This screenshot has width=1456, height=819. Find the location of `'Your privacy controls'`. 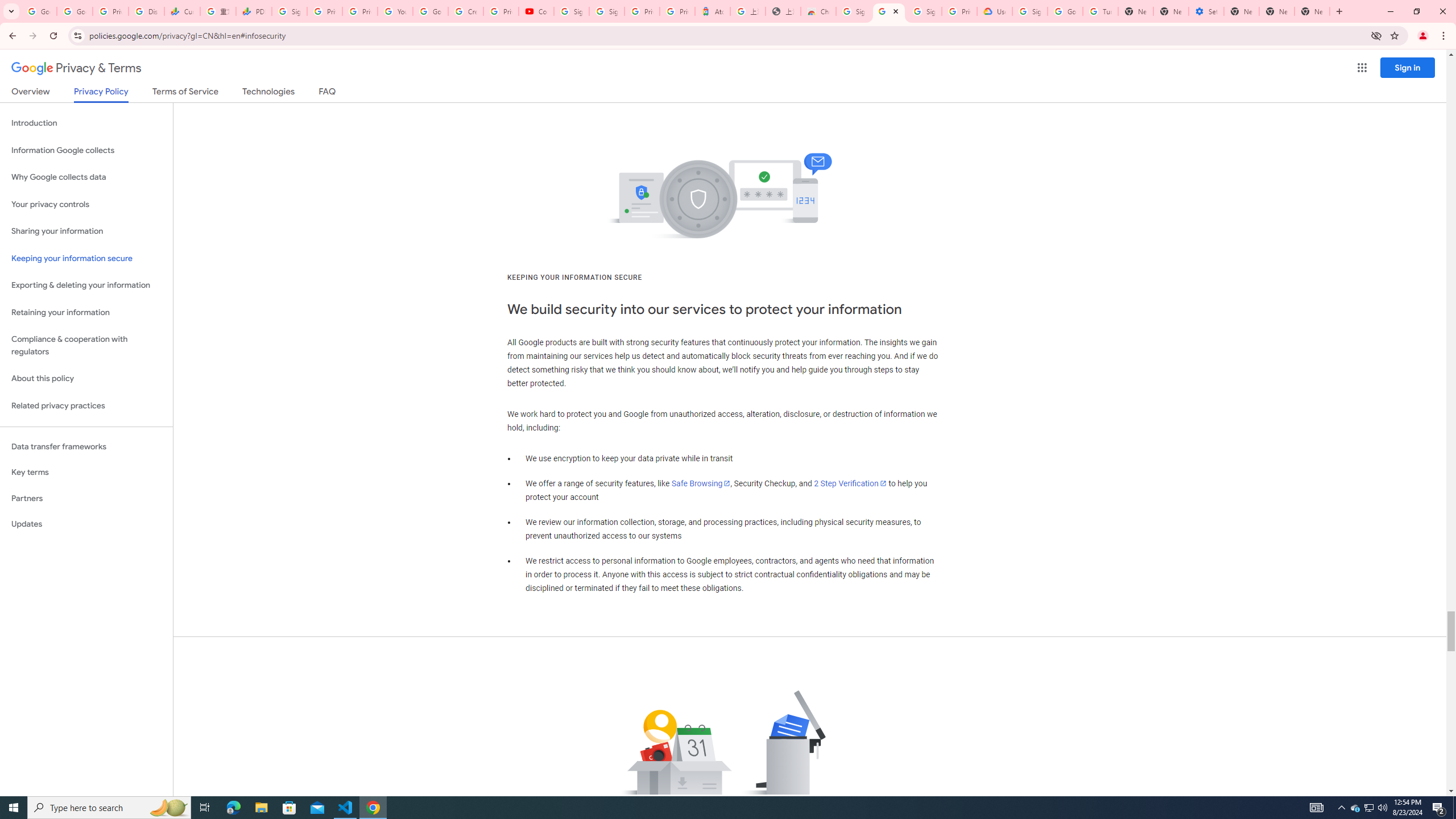

'Your privacy controls' is located at coordinates (86, 205).